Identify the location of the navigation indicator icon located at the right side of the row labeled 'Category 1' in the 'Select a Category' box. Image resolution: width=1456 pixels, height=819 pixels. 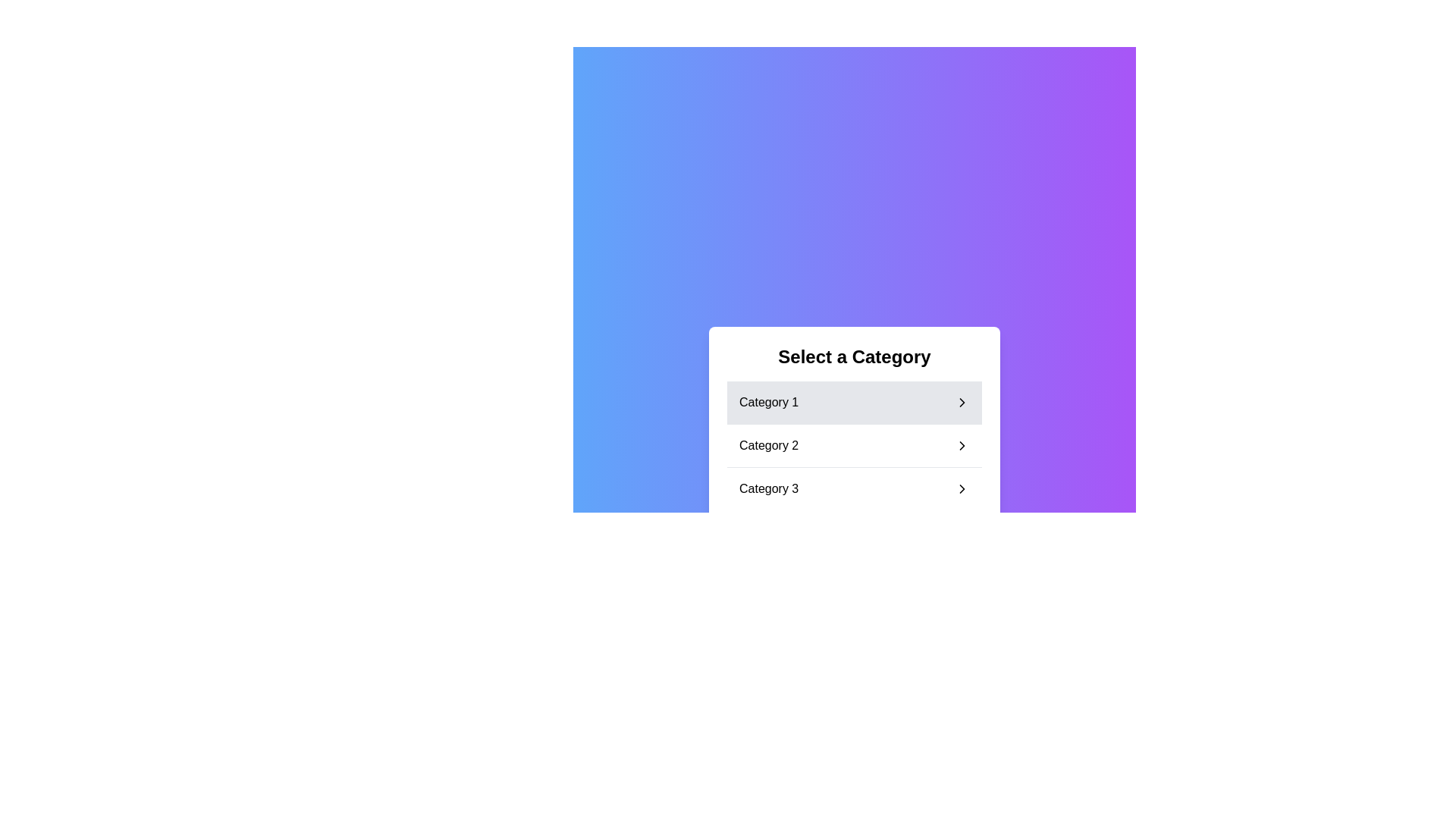
(961, 402).